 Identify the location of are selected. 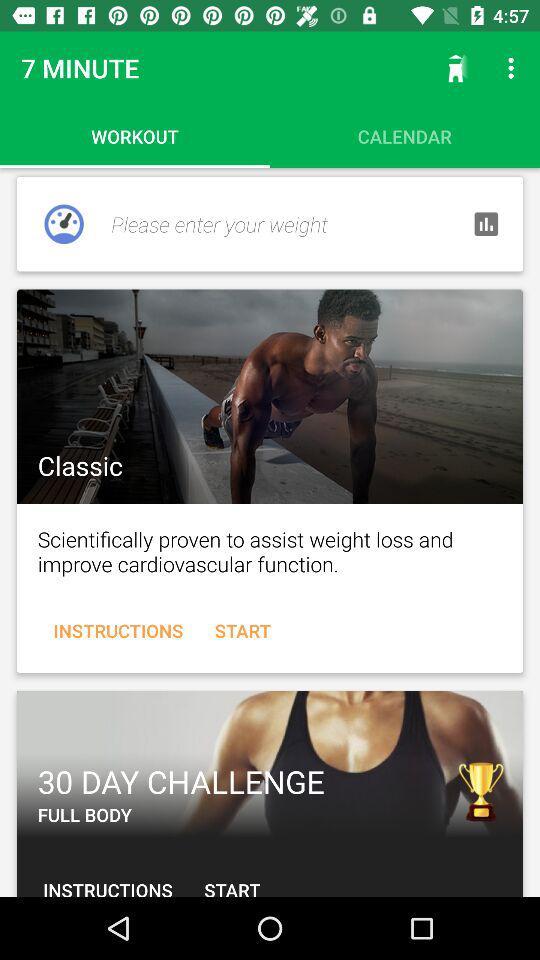
(270, 395).